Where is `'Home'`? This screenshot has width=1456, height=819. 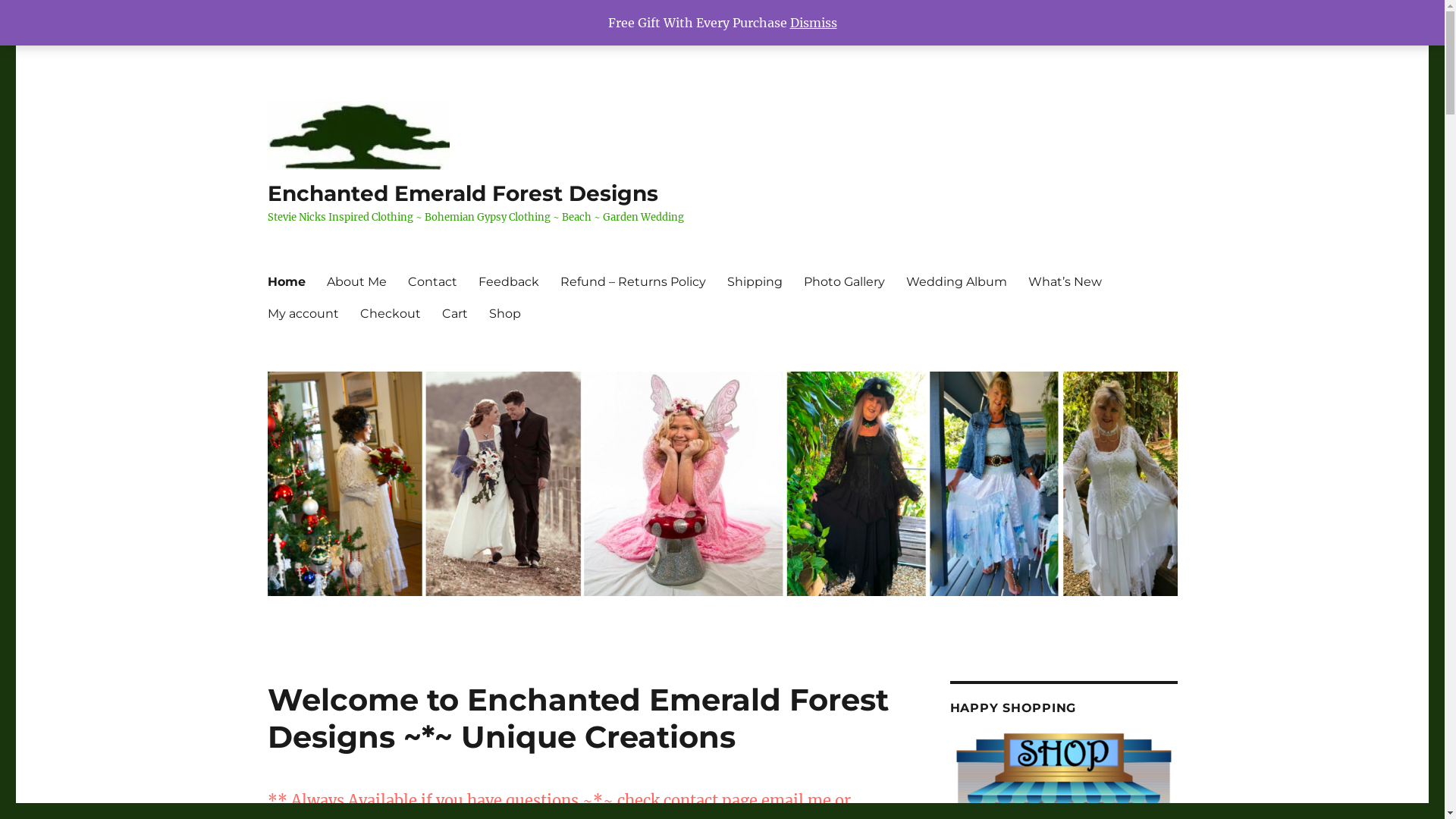
'Home' is located at coordinates (286, 281).